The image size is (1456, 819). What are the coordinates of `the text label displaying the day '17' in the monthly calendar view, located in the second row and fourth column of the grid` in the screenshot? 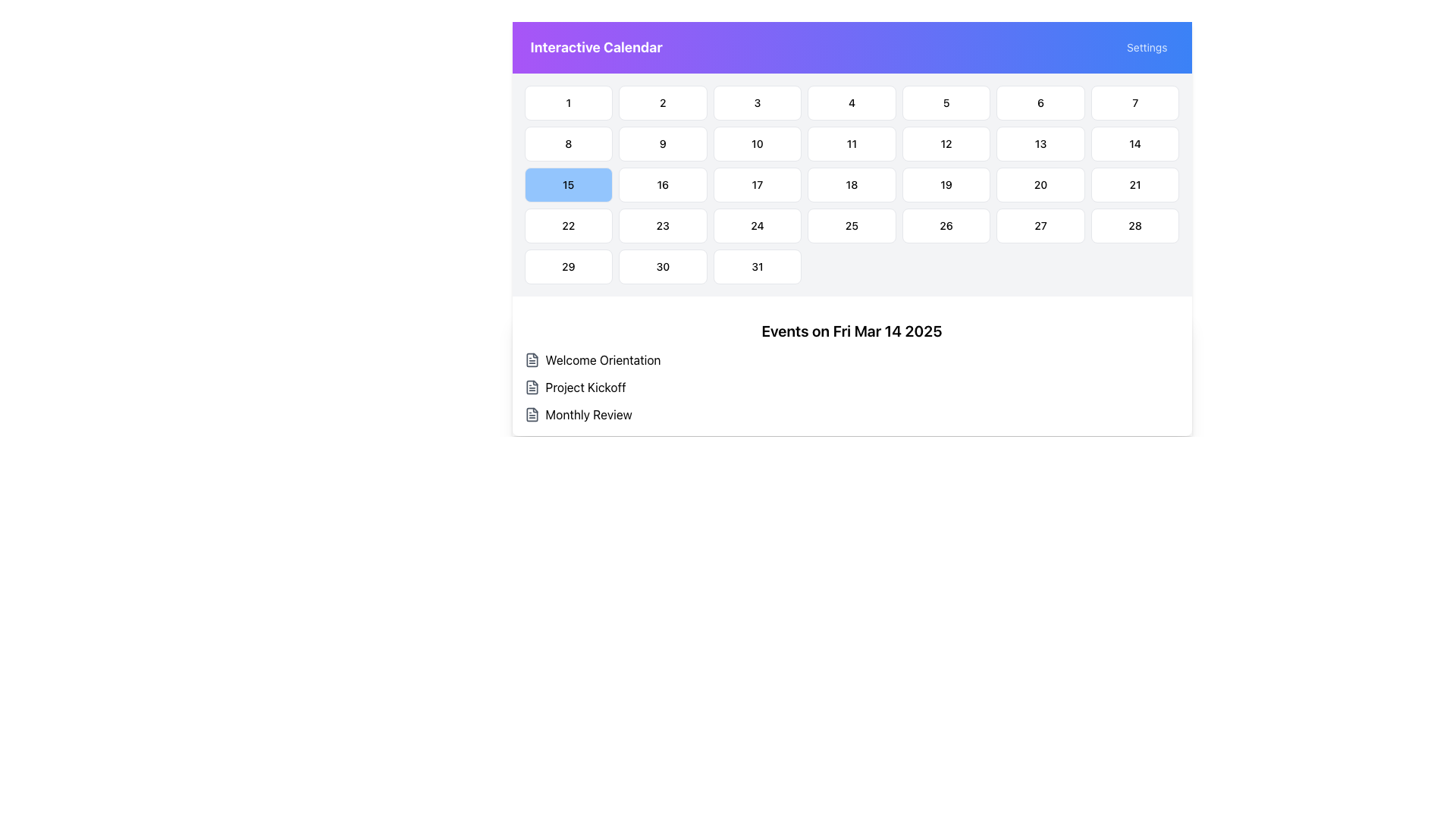 It's located at (757, 184).